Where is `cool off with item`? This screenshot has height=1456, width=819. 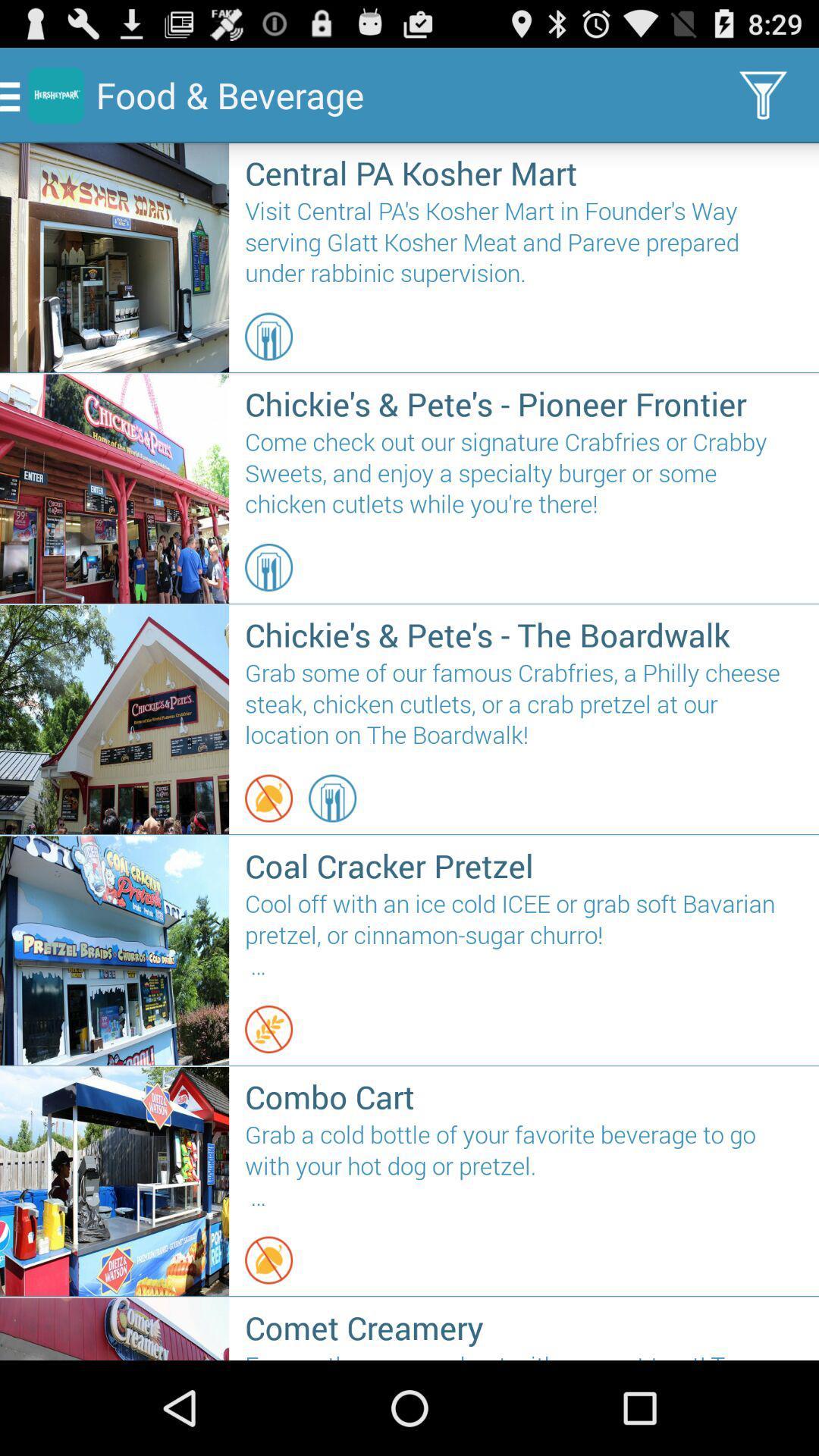
cool off with item is located at coordinates (523, 935).